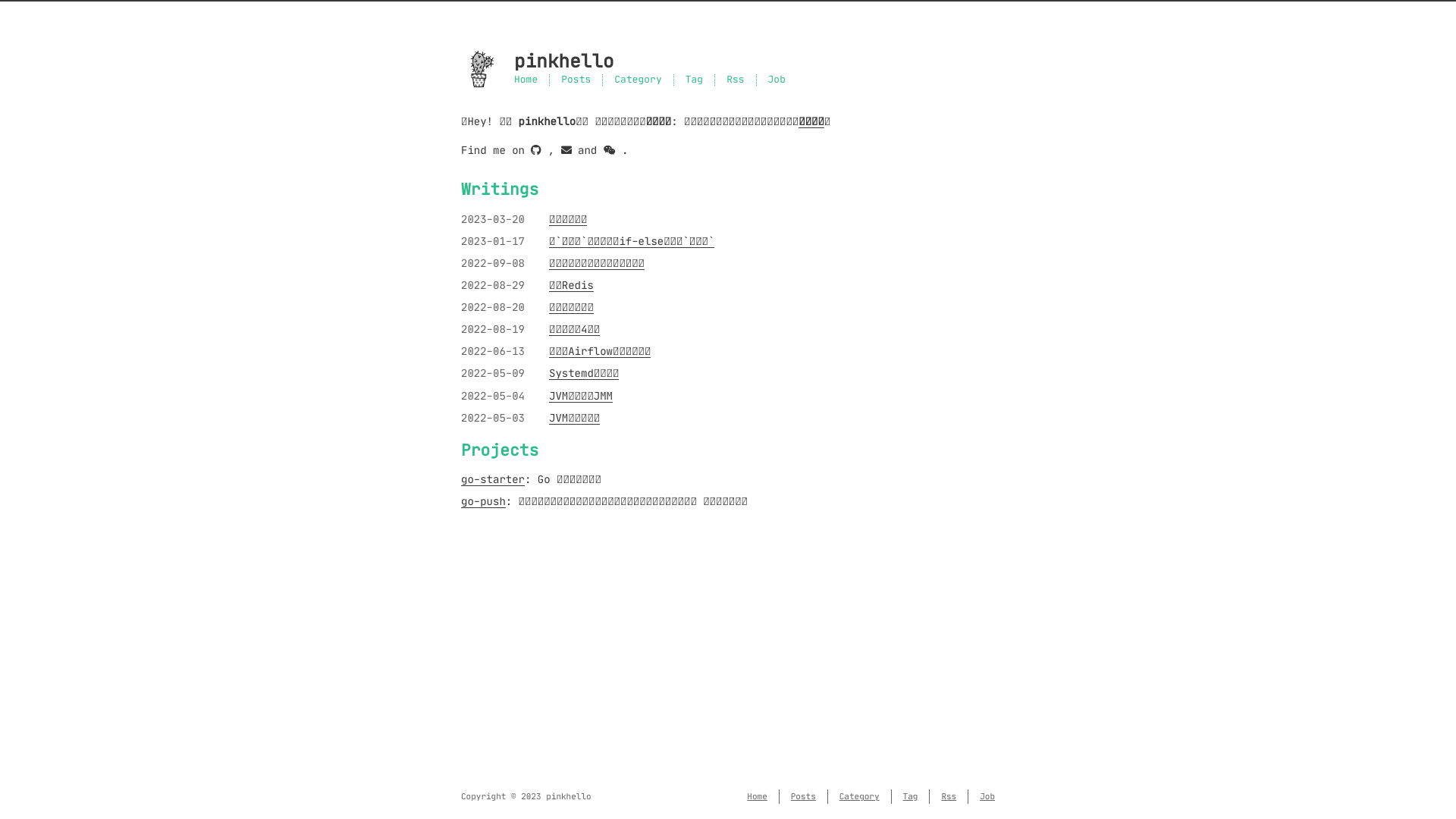  What do you see at coordinates (499, 450) in the screenshot?
I see `'Projects'` at bounding box center [499, 450].